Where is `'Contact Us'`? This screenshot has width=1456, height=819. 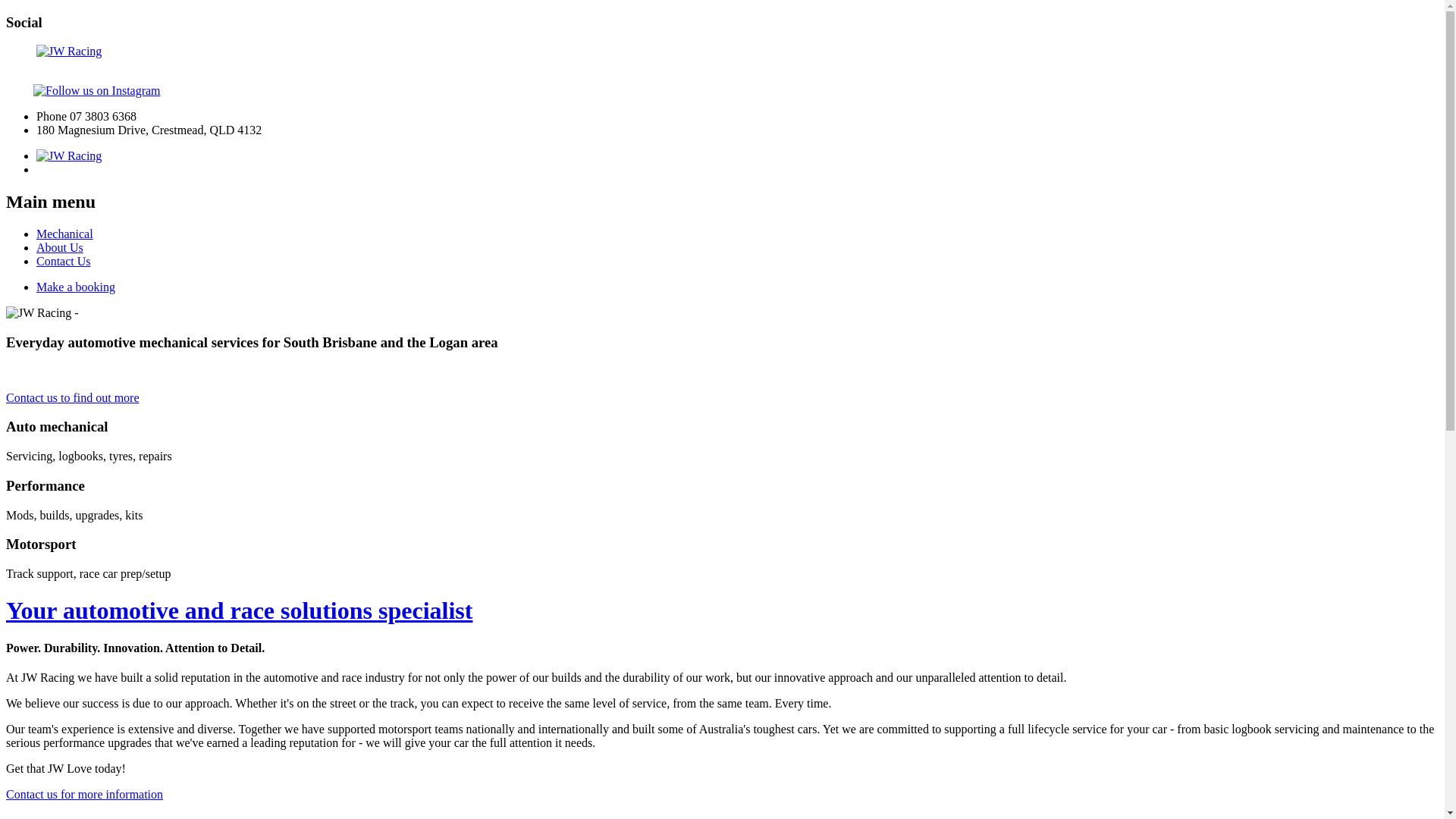
'Contact Us' is located at coordinates (62, 260).